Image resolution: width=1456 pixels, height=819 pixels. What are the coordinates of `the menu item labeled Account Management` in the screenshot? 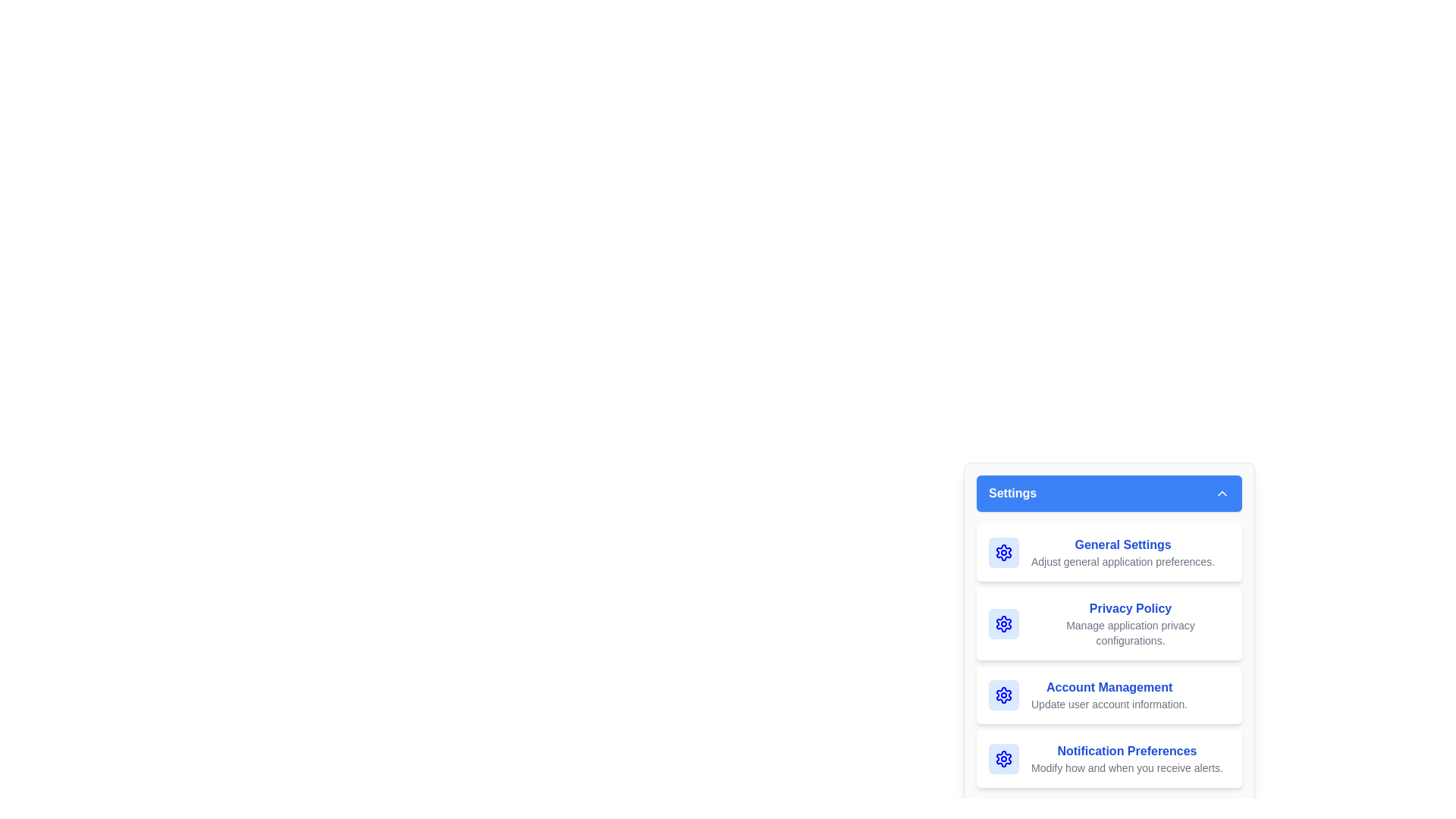 It's located at (1109, 695).